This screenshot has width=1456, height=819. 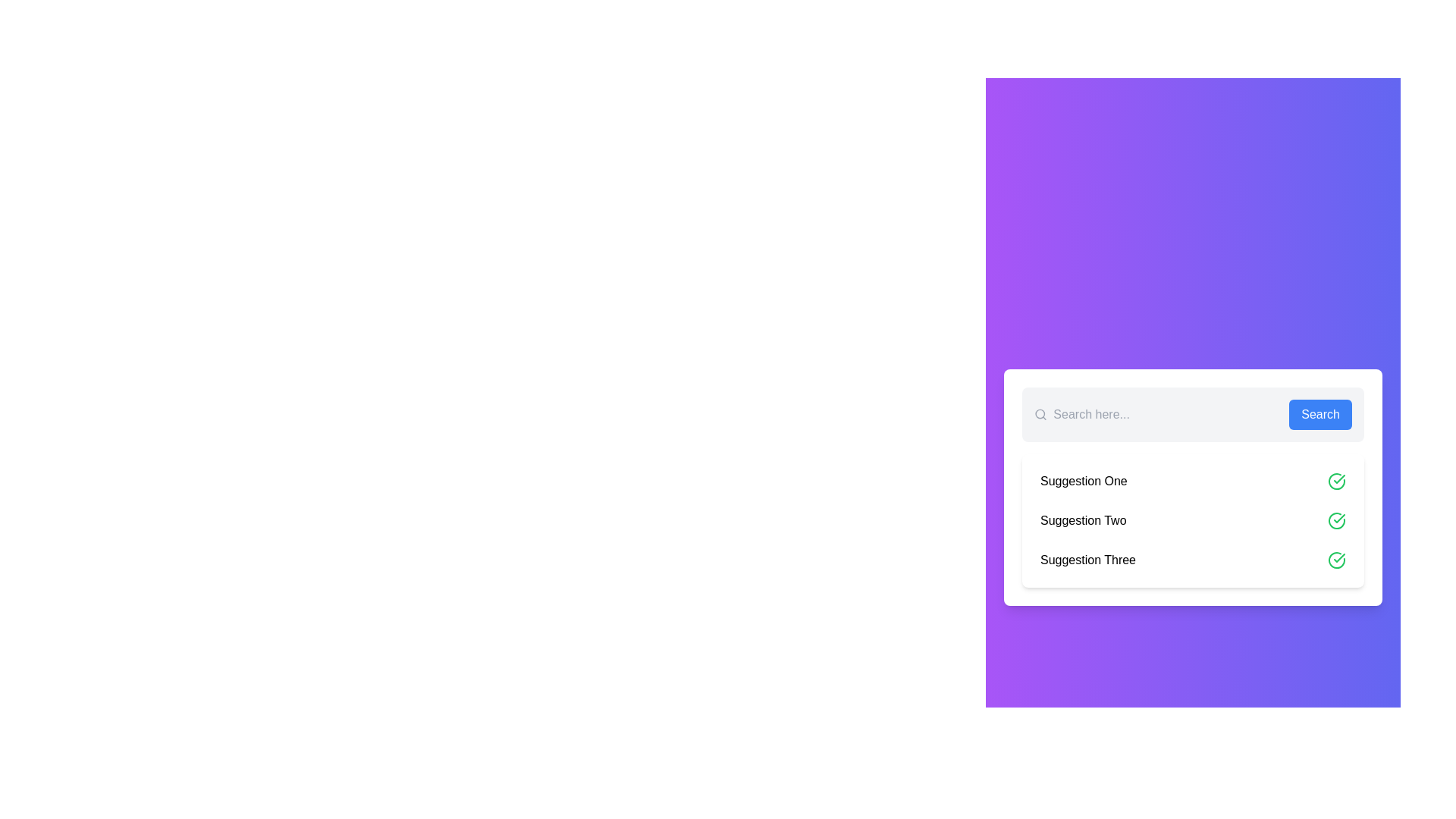 I want to click on the checkmark icon located to the far right of the list item labeled 'Suggestion Two', which serves as a visual indicator of selection validity, so click(x=1336, y=519).